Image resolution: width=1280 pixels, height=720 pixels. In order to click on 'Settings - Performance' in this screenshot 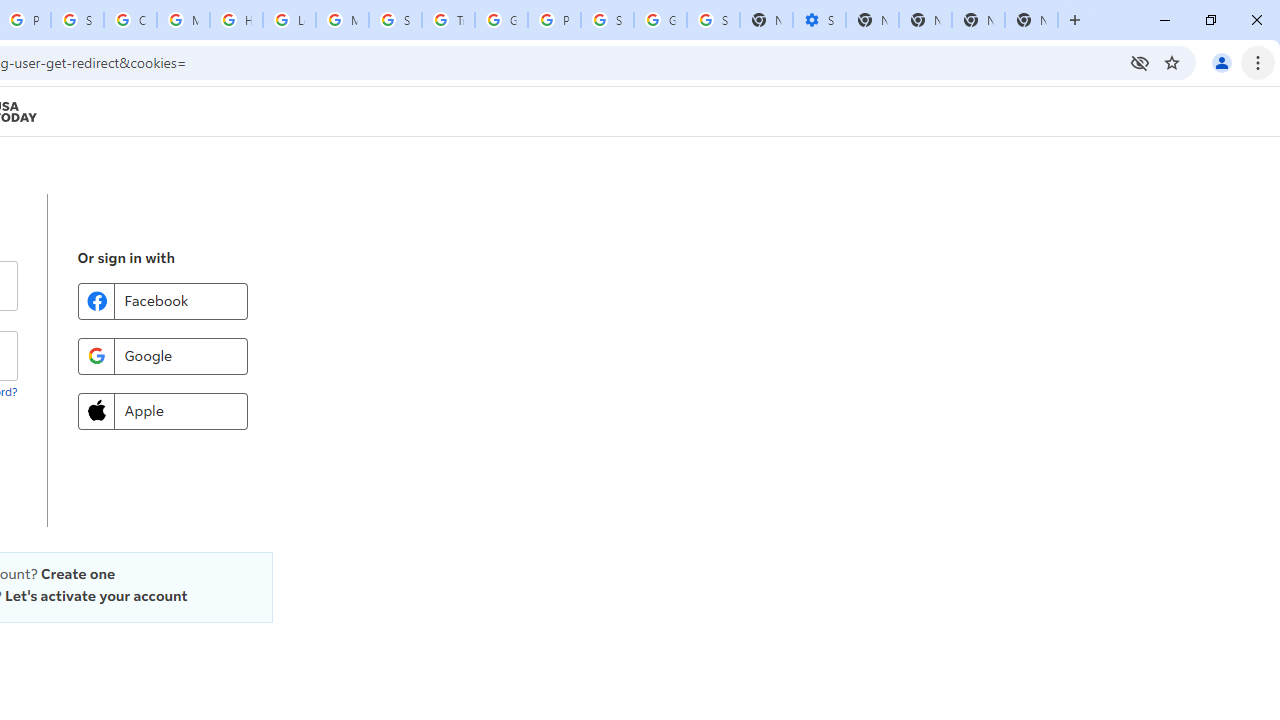, I will do `click(819, 20)`.